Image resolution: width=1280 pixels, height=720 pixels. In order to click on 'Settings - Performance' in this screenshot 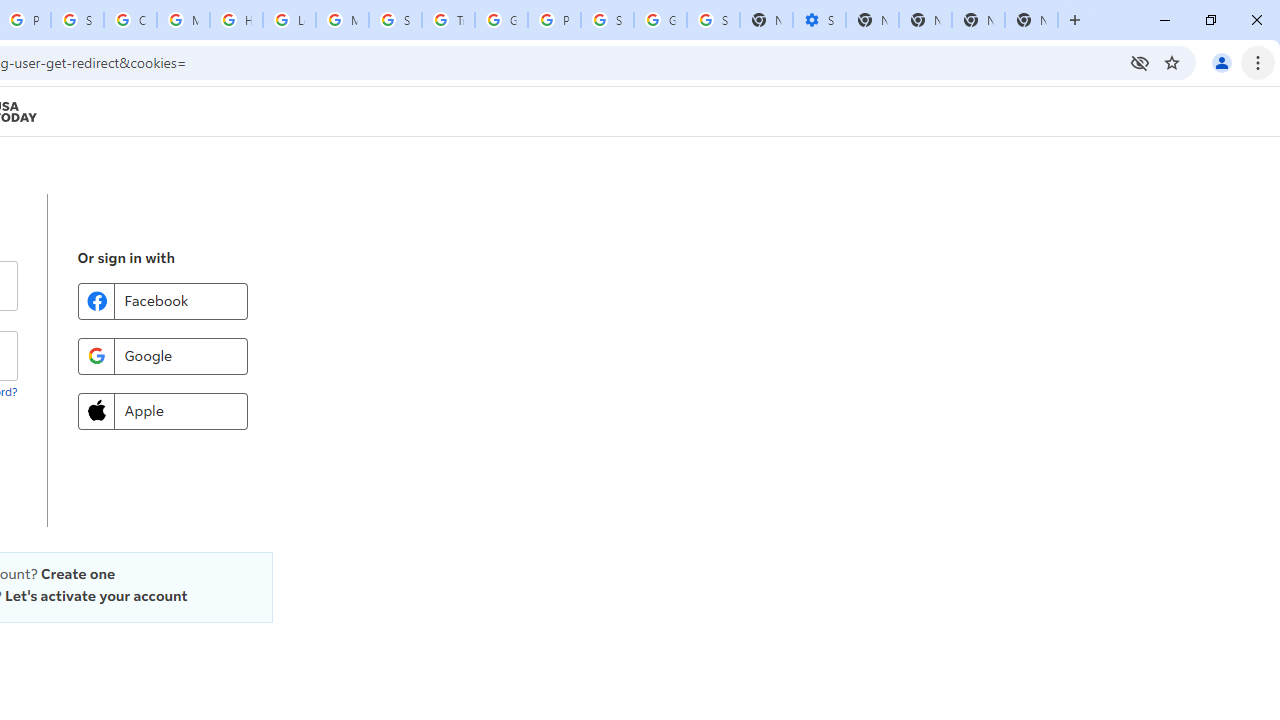, I will do `click(819, 20)`.